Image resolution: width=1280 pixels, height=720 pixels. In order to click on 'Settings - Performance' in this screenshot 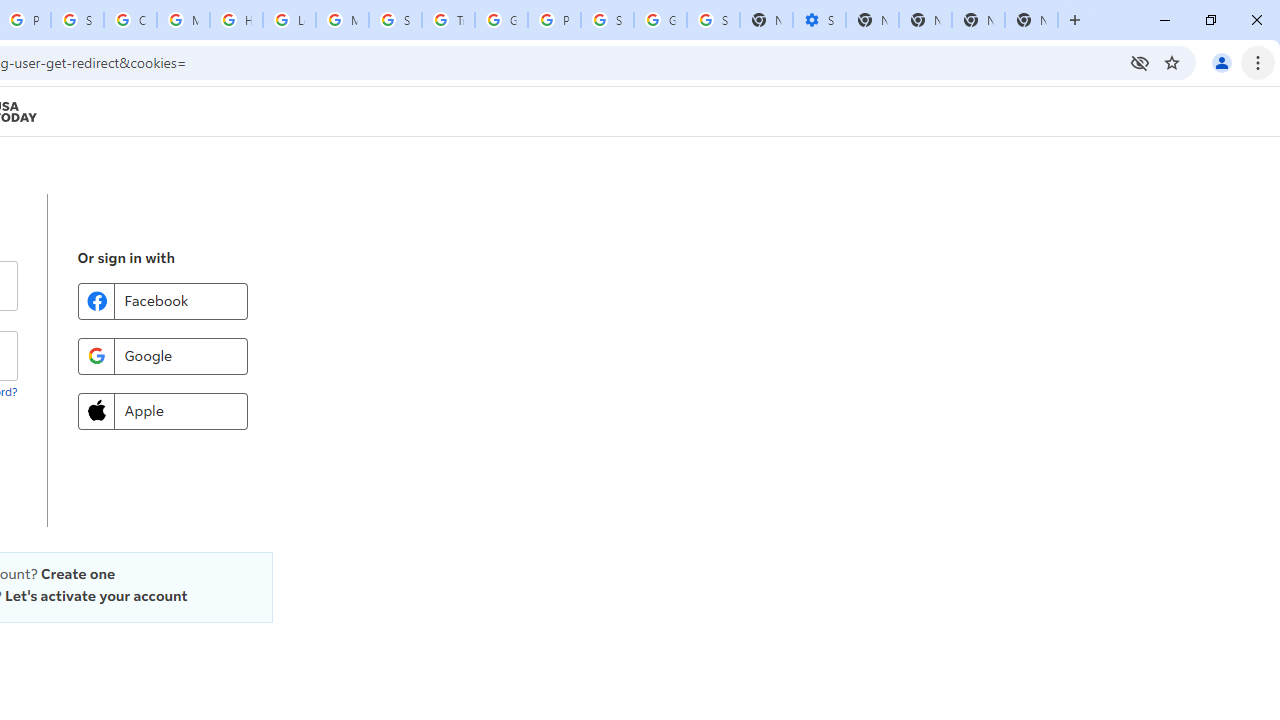, I will do `click(819, 20)`.